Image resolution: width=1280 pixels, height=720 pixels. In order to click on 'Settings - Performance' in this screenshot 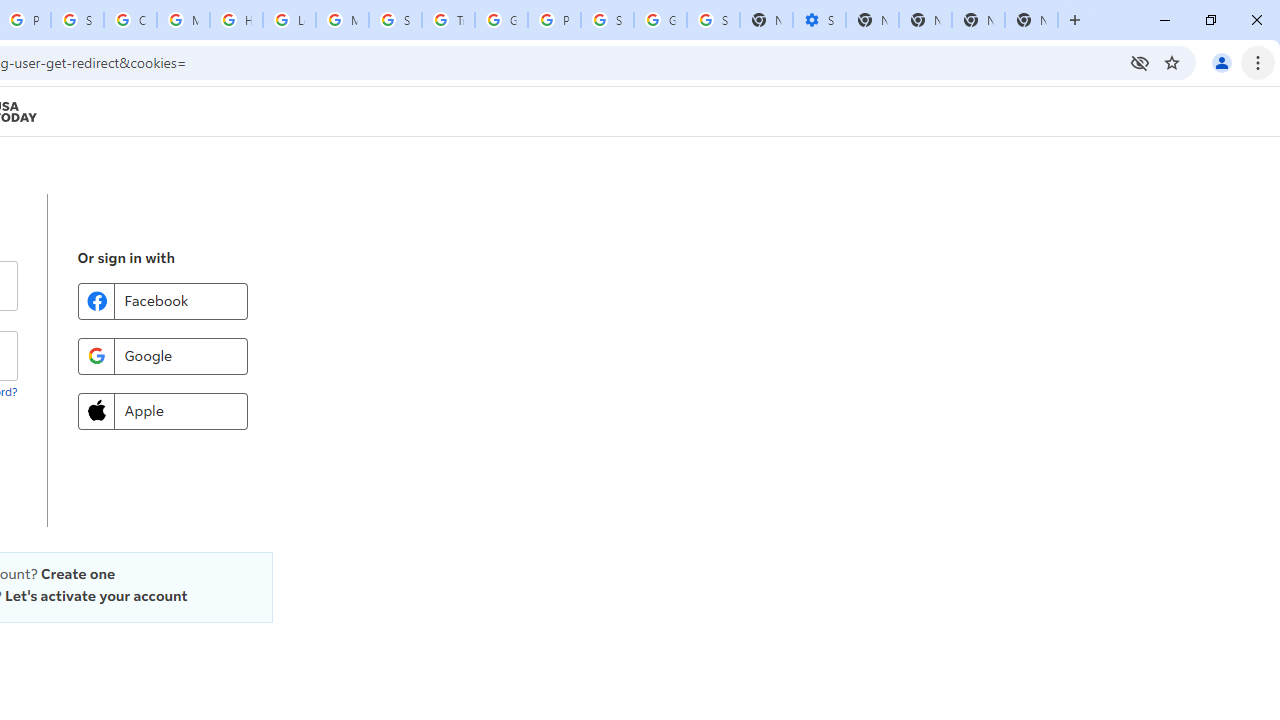, I will do `click(819, 20)`.